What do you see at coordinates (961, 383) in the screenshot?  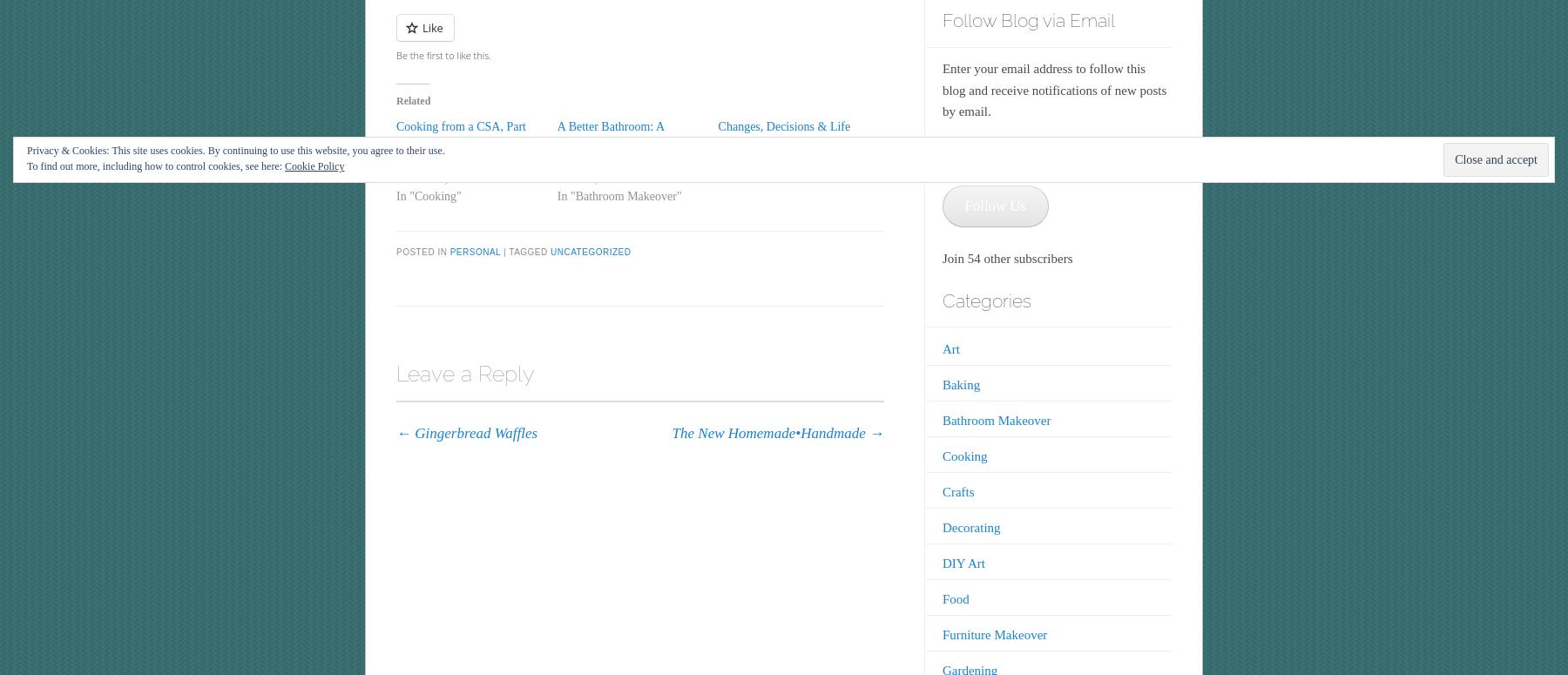 I see `'Baking'` at bounding box center [961, 383].